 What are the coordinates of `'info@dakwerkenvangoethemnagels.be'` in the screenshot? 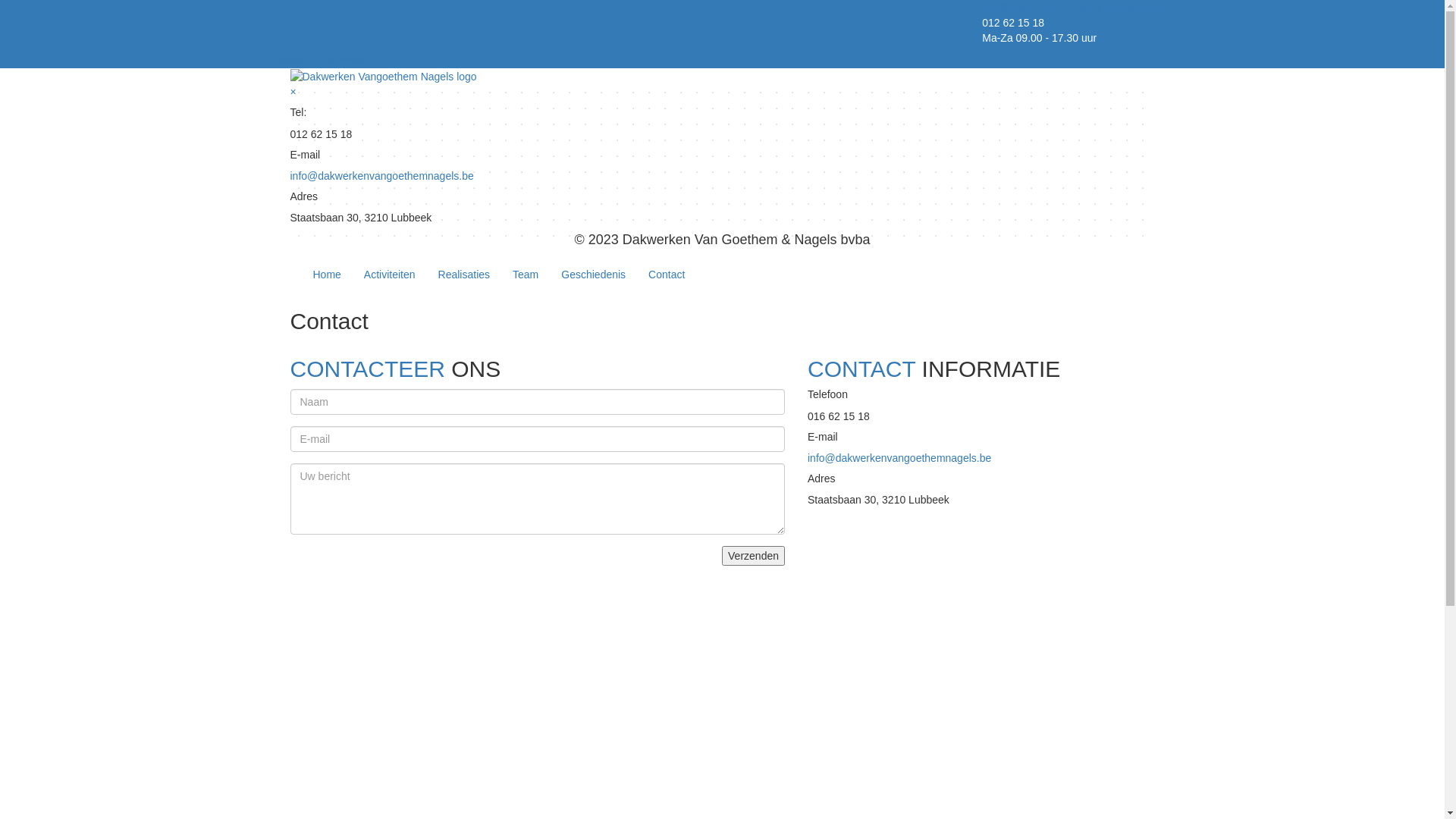 It's located at (381, 174).